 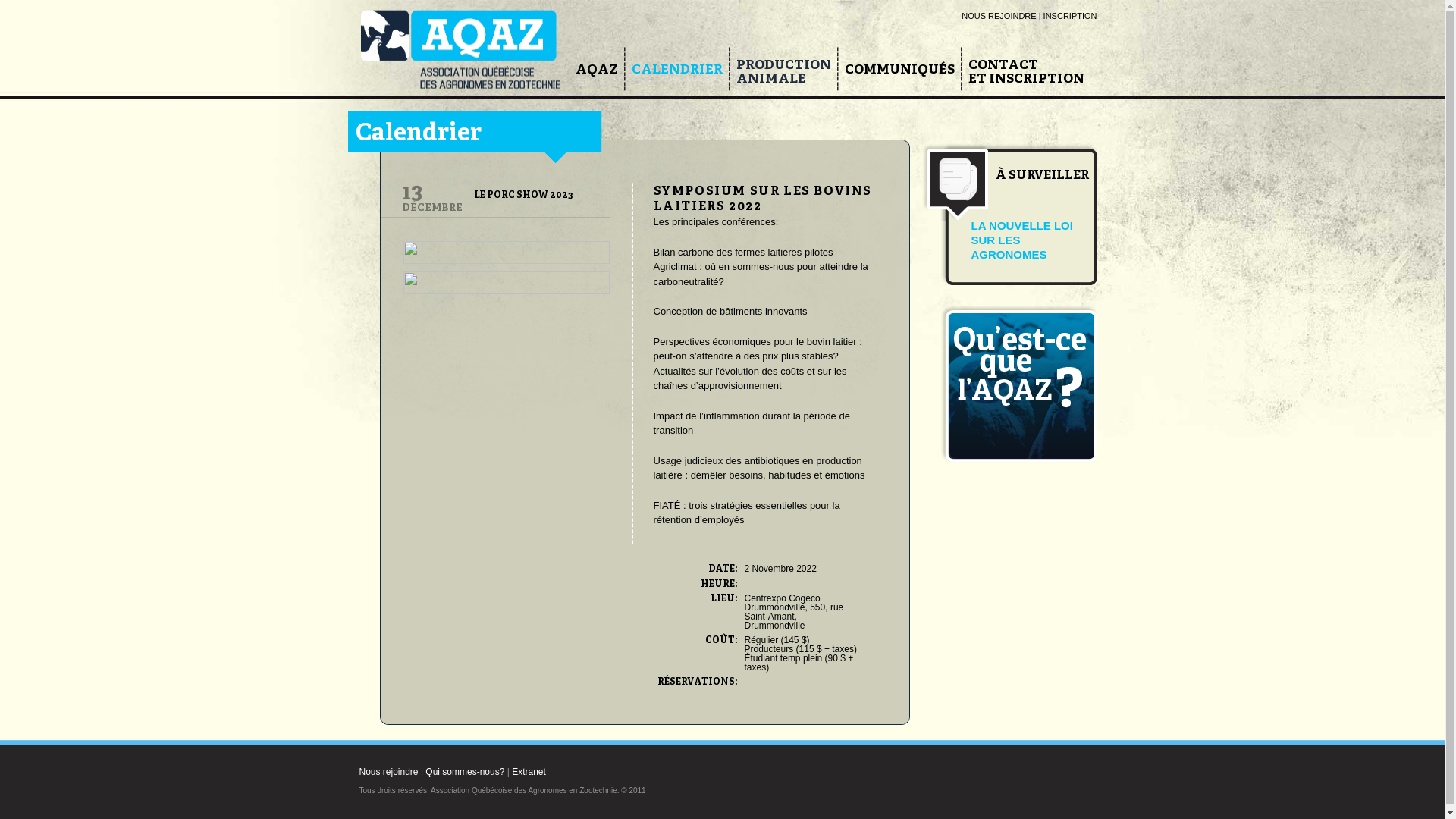 I want to click on 'AQAZ', so click(x=595, y=70).